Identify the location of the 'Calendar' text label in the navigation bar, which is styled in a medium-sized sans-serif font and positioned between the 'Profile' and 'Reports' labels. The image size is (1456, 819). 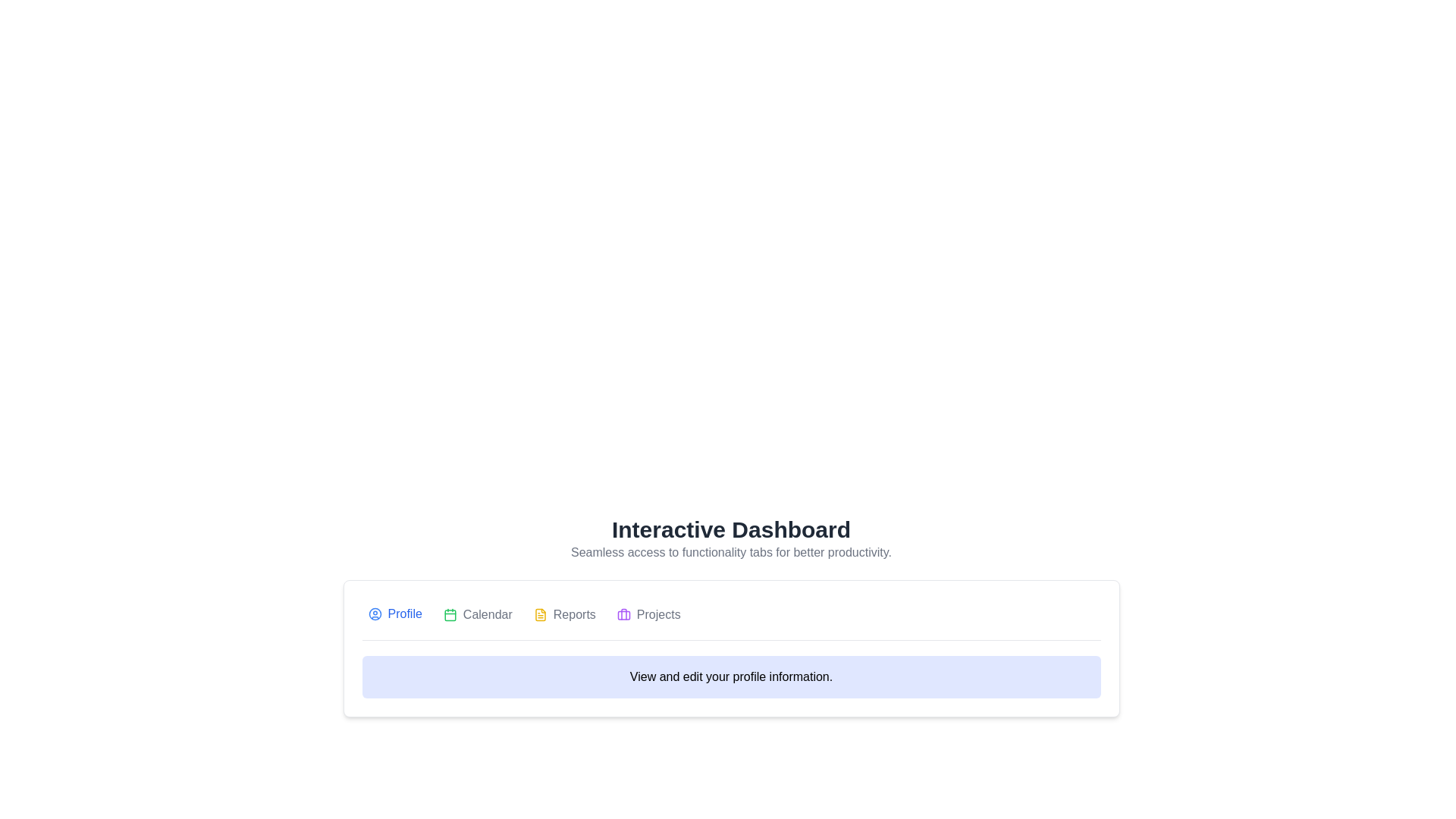
(488, 614).